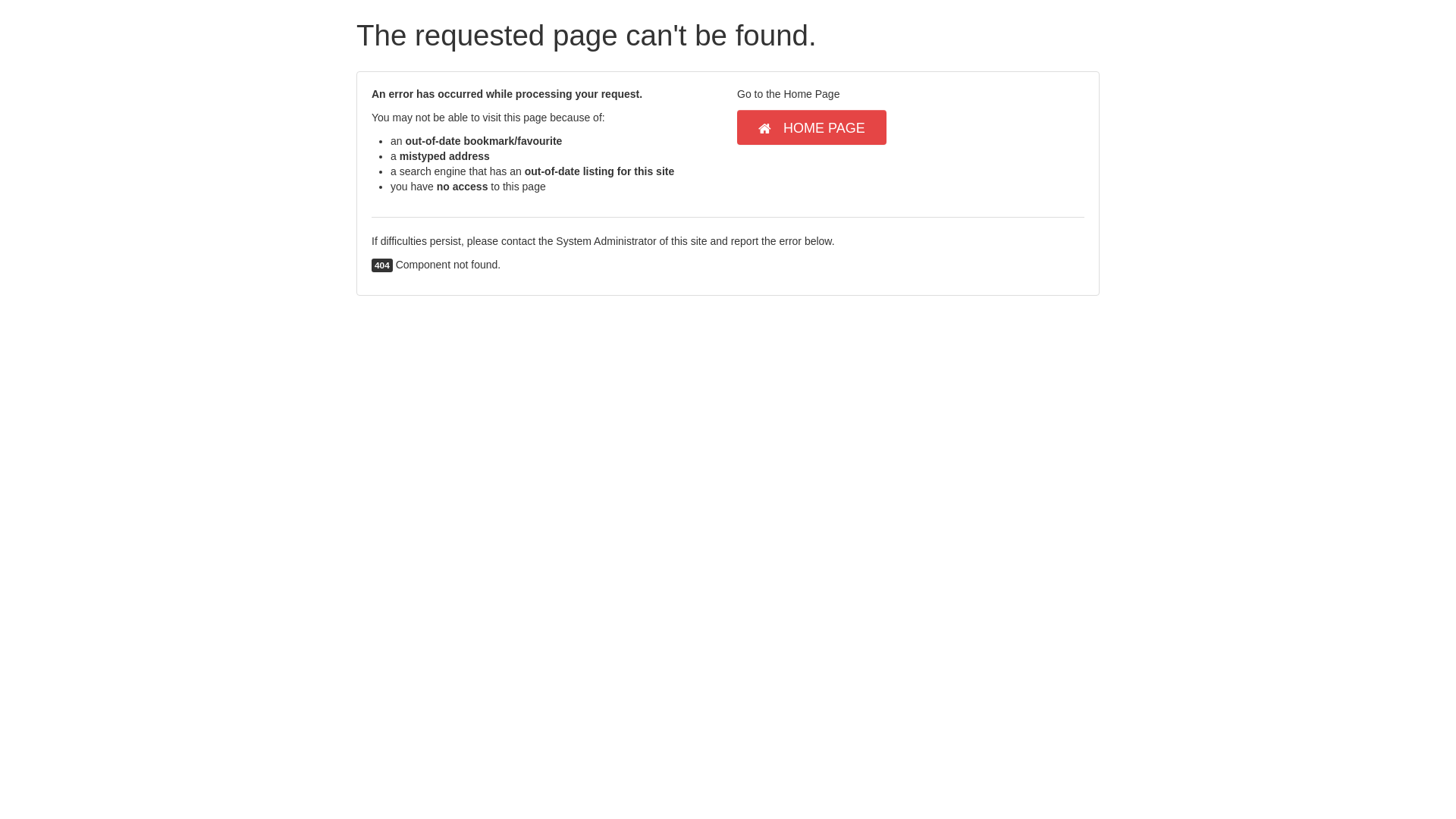 The height and width of the screenshot is (819, 1456). Describe the element at coordinates (811, 127) in the screenshot. I see `'HOME PAGE'` at that location.